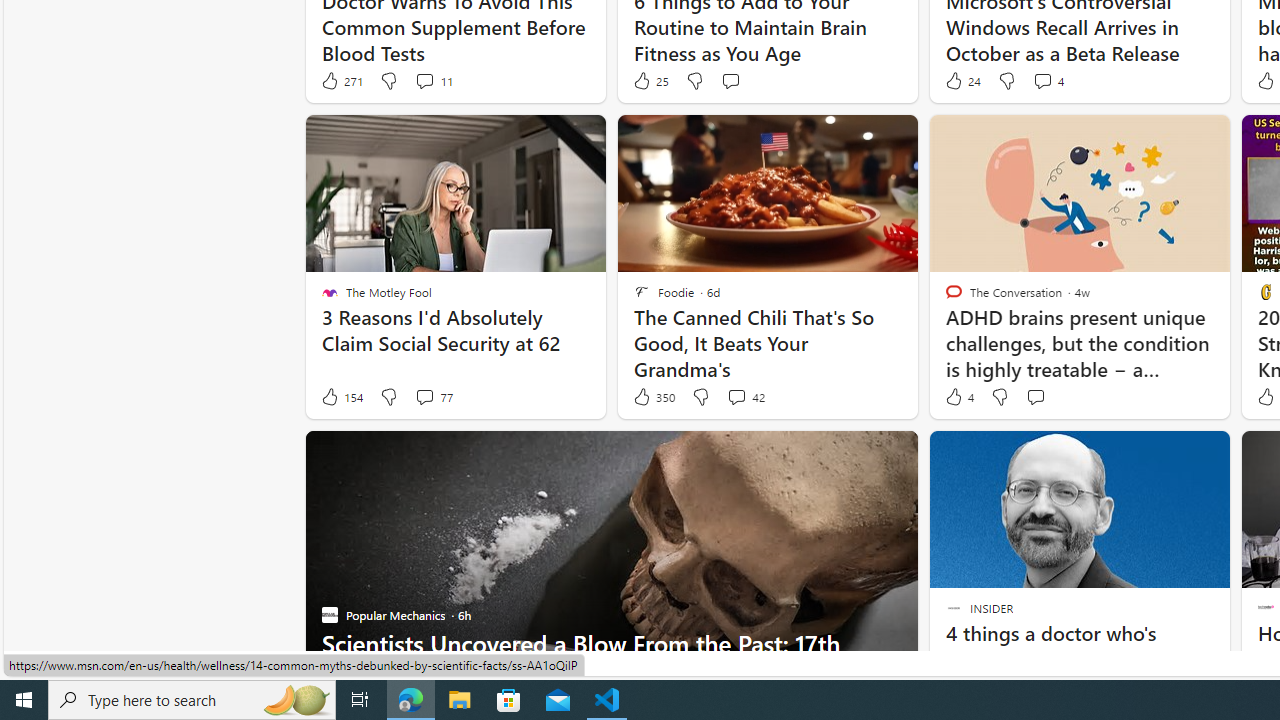  Describe the element at coordinates (735, 397) in the screenshot. I see `'View comments 42 Comment'` at that location.